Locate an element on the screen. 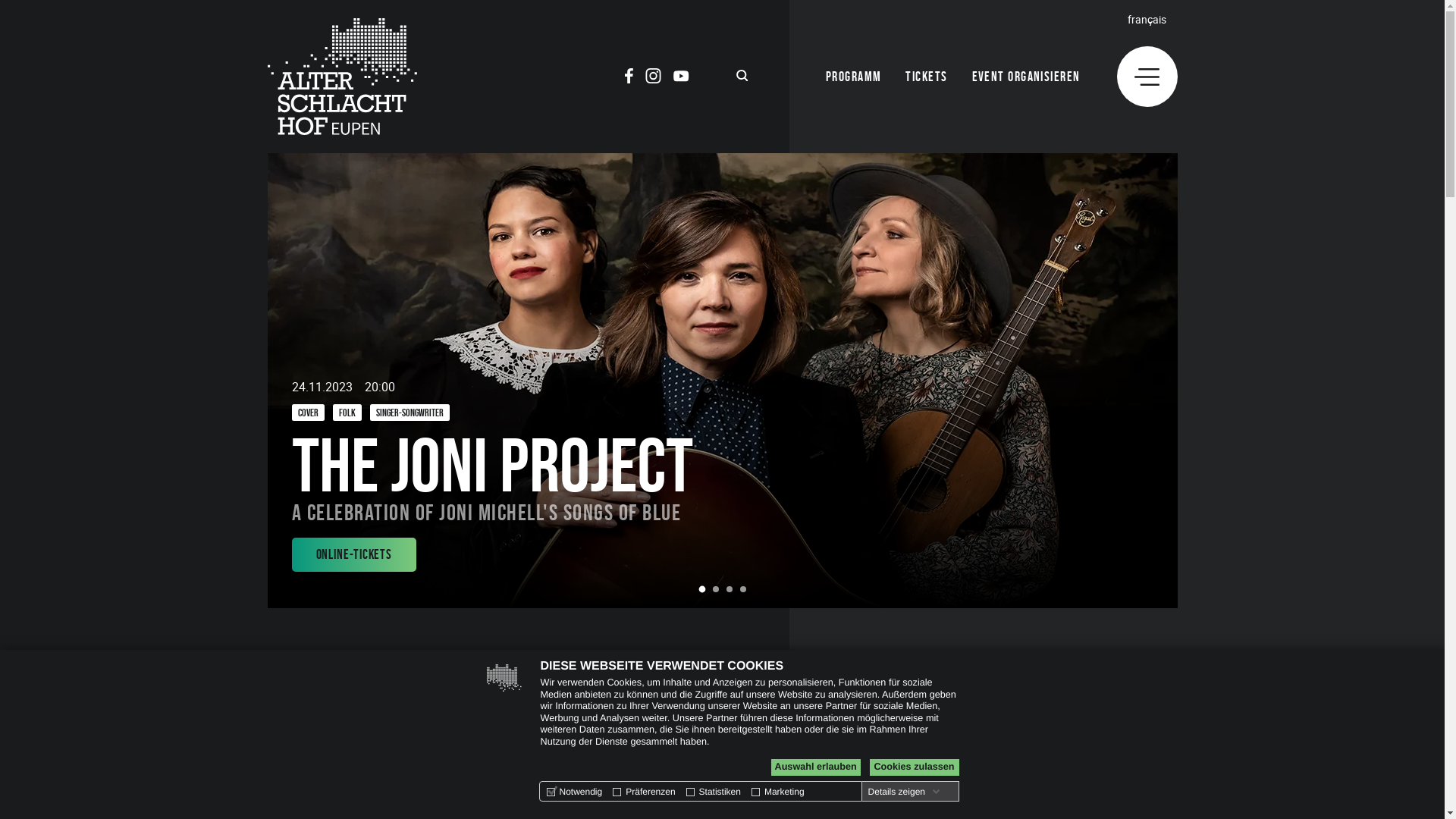  'Cookies zulassen' is located at coordinates (869, 767).